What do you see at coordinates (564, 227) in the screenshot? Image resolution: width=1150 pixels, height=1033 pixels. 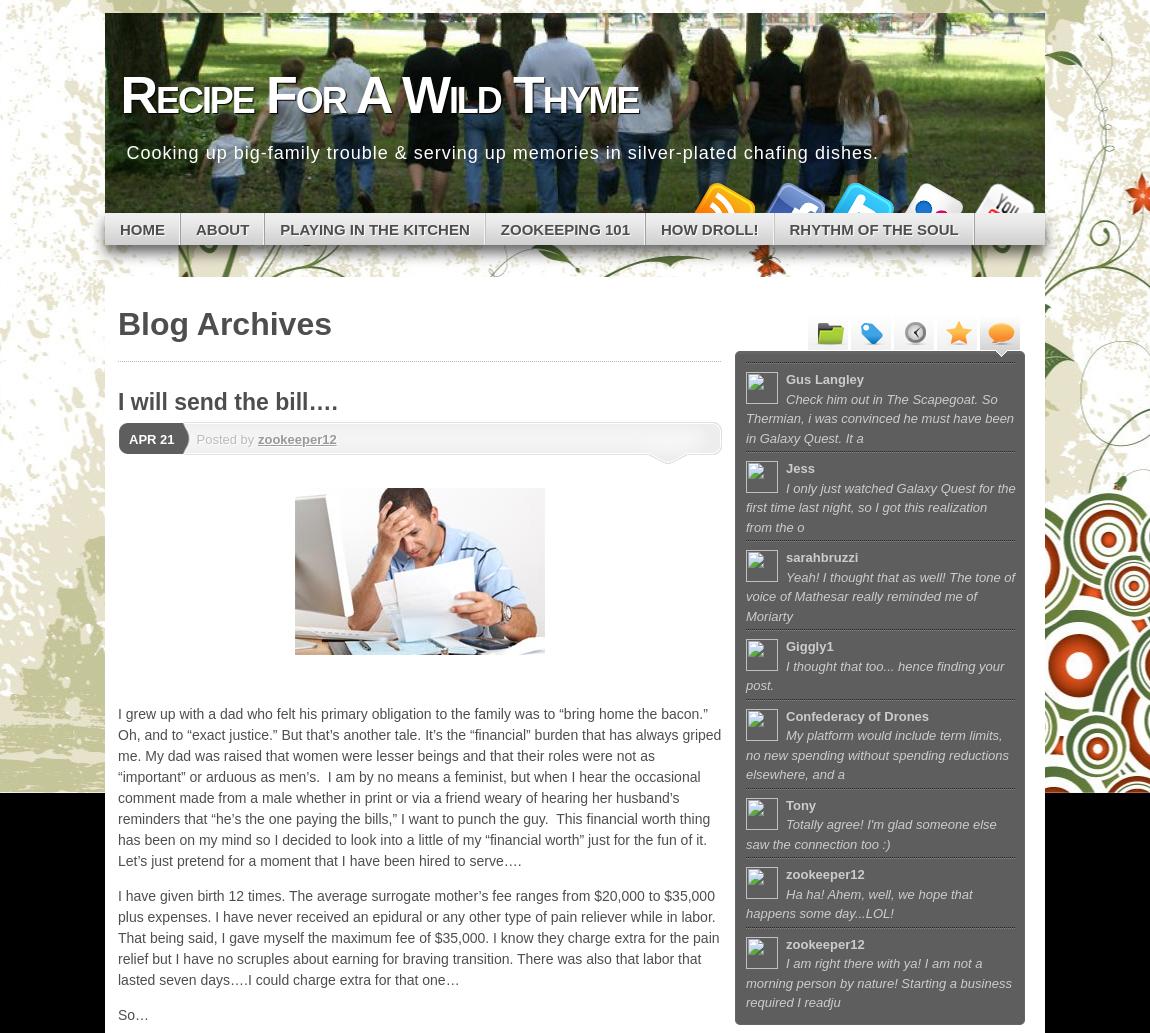 I see `'Zookeeping 101'` at bounding box center [564, 227].